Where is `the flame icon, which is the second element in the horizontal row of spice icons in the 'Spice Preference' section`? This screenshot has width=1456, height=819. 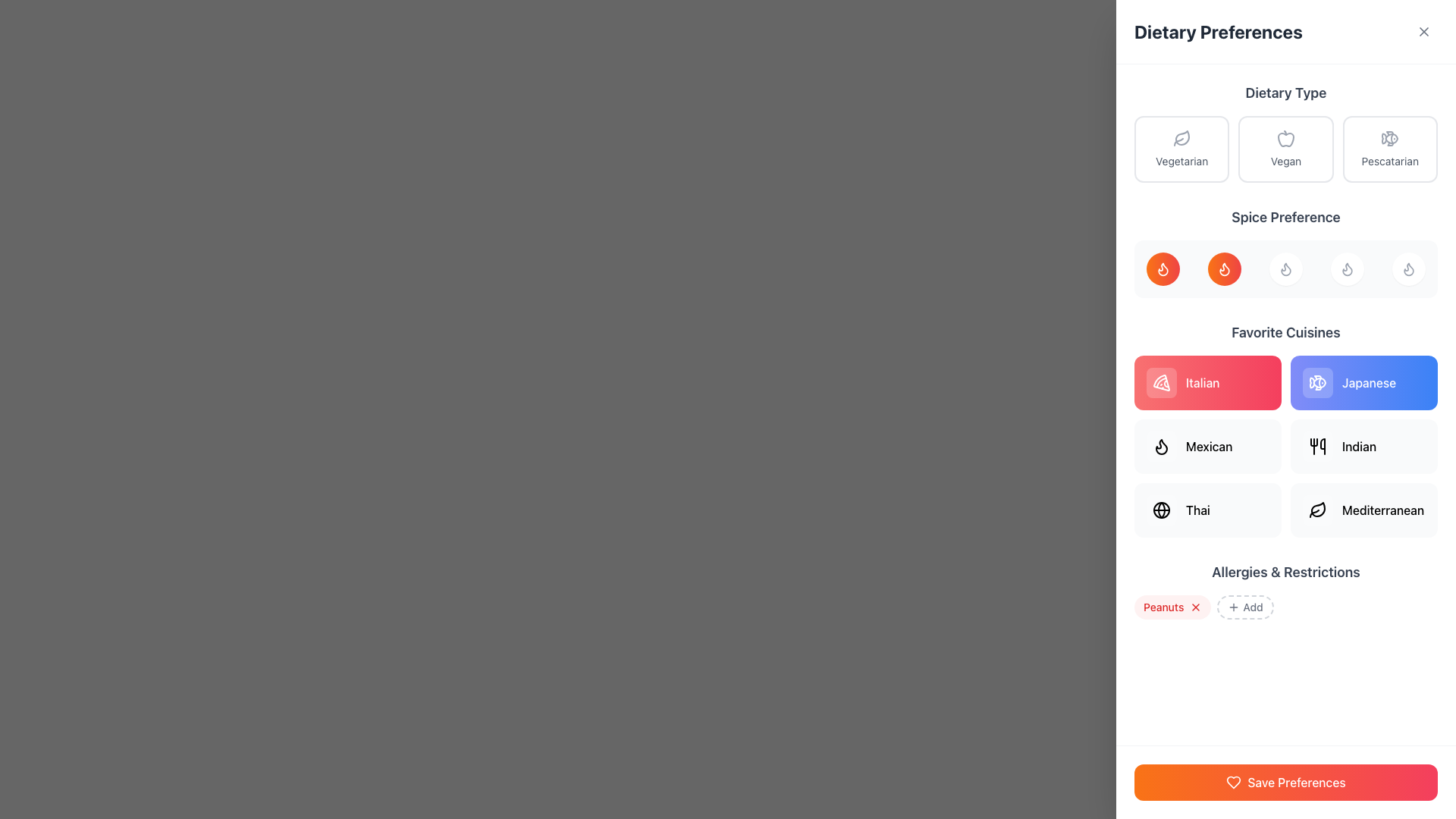
the flame icon, which is the second element in the horizontal row of spice icons in the 'Spice Preference' section is located at coordinates (1160, 446).